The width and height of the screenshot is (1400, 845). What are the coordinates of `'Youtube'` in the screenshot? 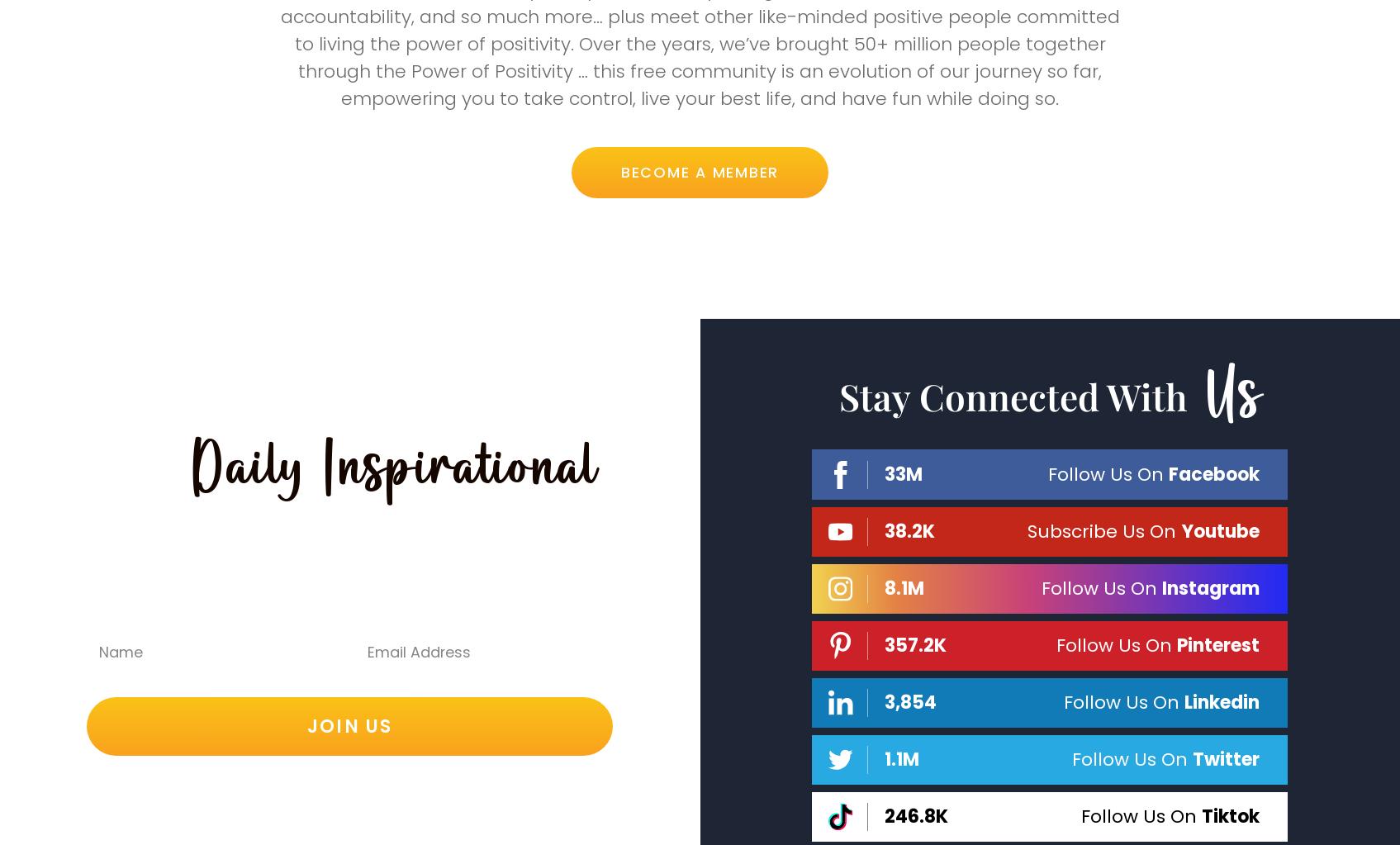 It's located at (1219, 564).